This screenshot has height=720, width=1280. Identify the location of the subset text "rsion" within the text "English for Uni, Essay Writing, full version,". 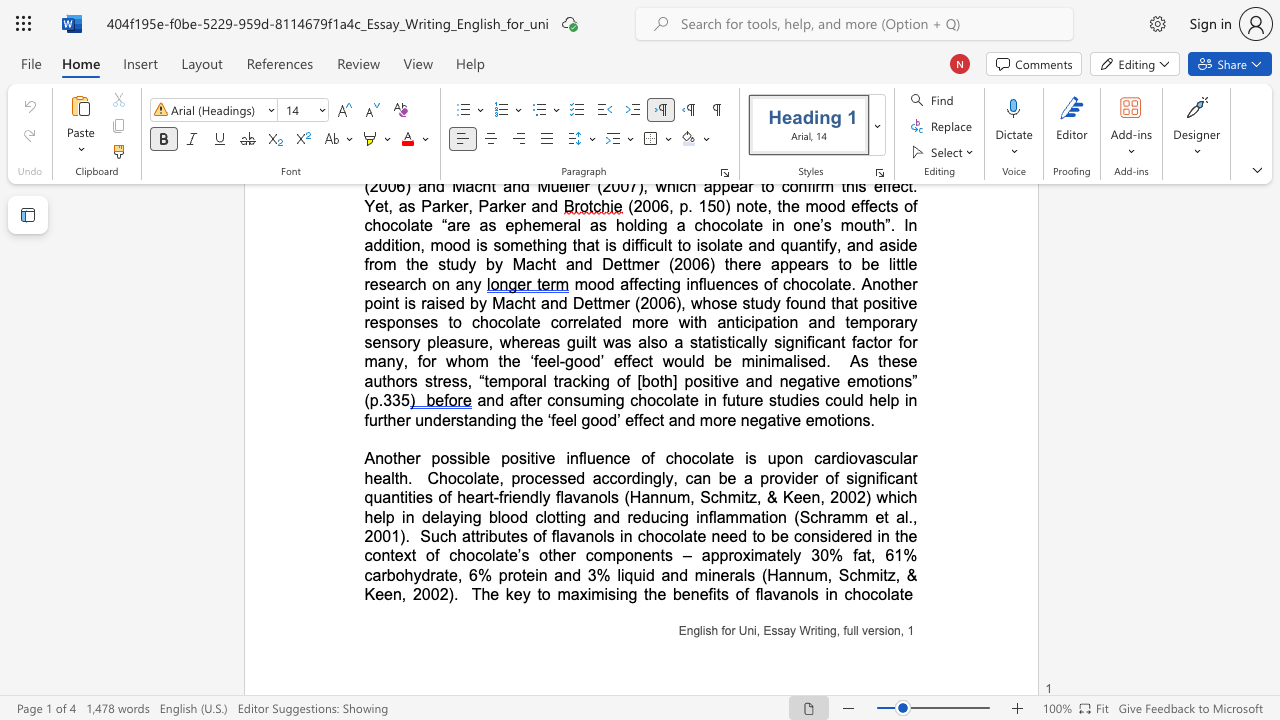
(874, 631).